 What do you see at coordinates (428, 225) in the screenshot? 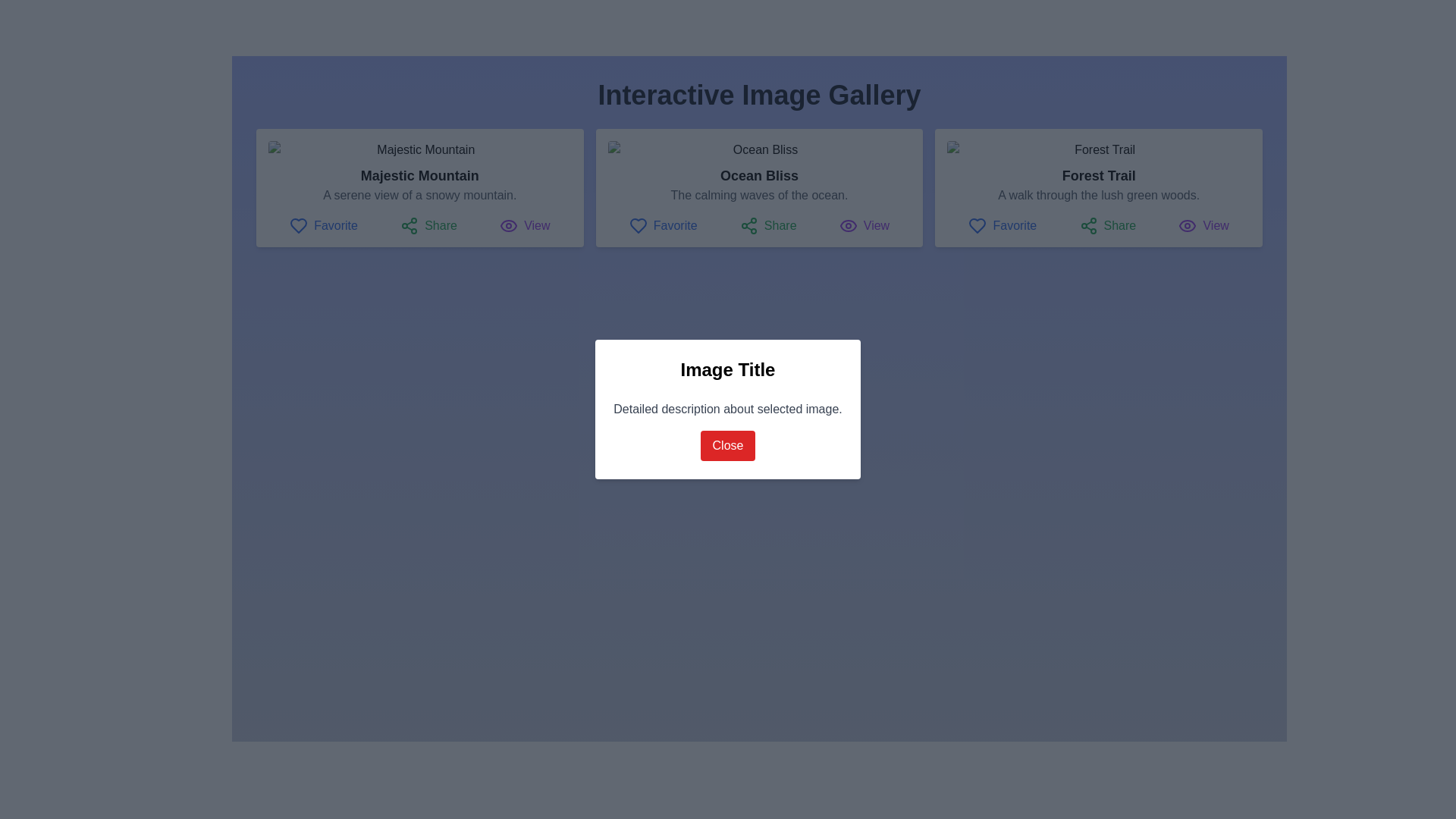
I see `the 'Share' button located between the 'Favorite' and 'View' buttons` at bounding box center [428, 225].